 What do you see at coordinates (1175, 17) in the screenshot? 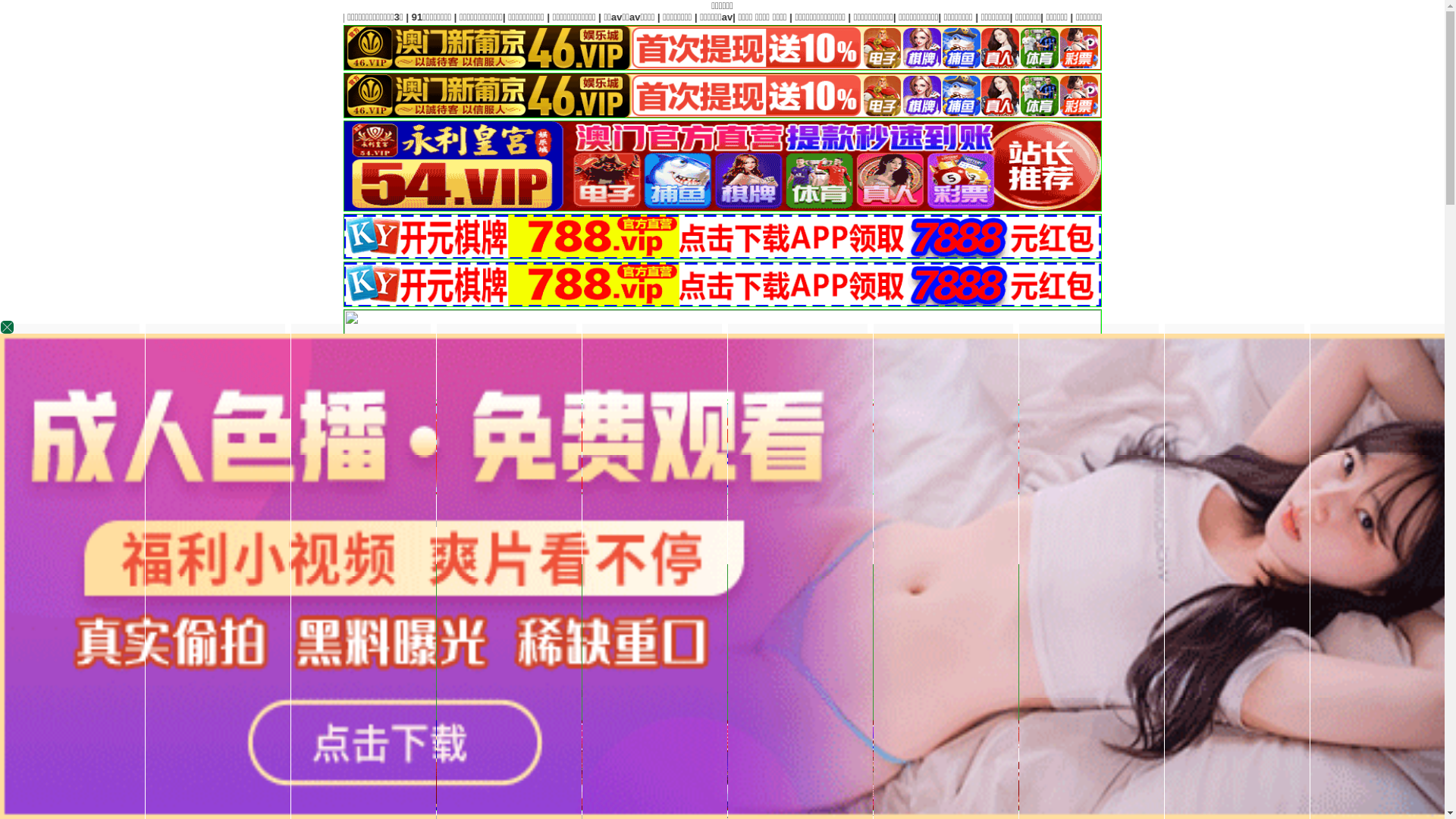
I see `'|'` at bounding box center [1175, 17].